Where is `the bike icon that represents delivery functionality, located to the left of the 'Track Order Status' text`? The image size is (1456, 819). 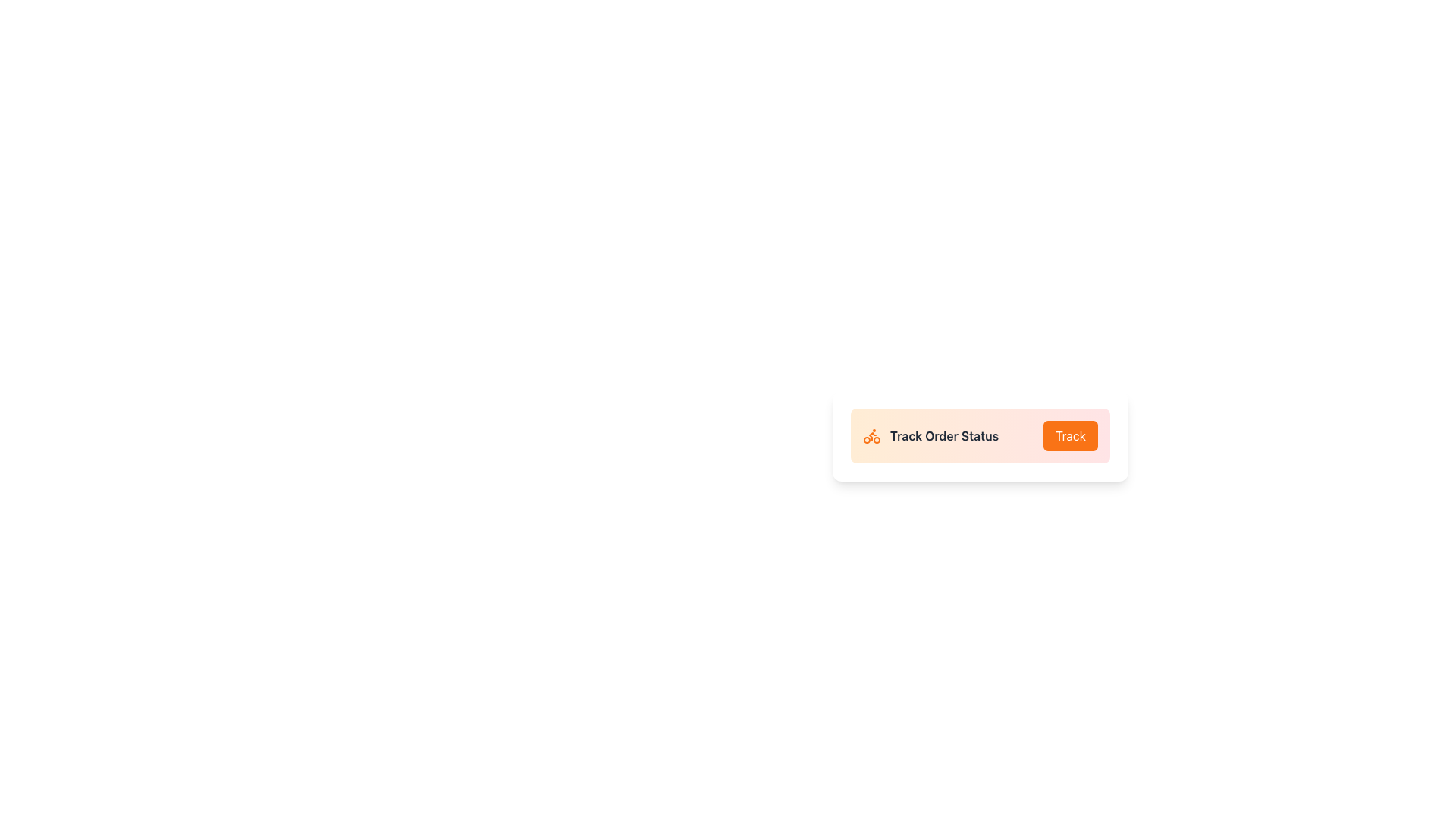 the bike icon that represents delivery functionality, located to the left of the 'Track Order Status' text is located at coordinates (872, 435).